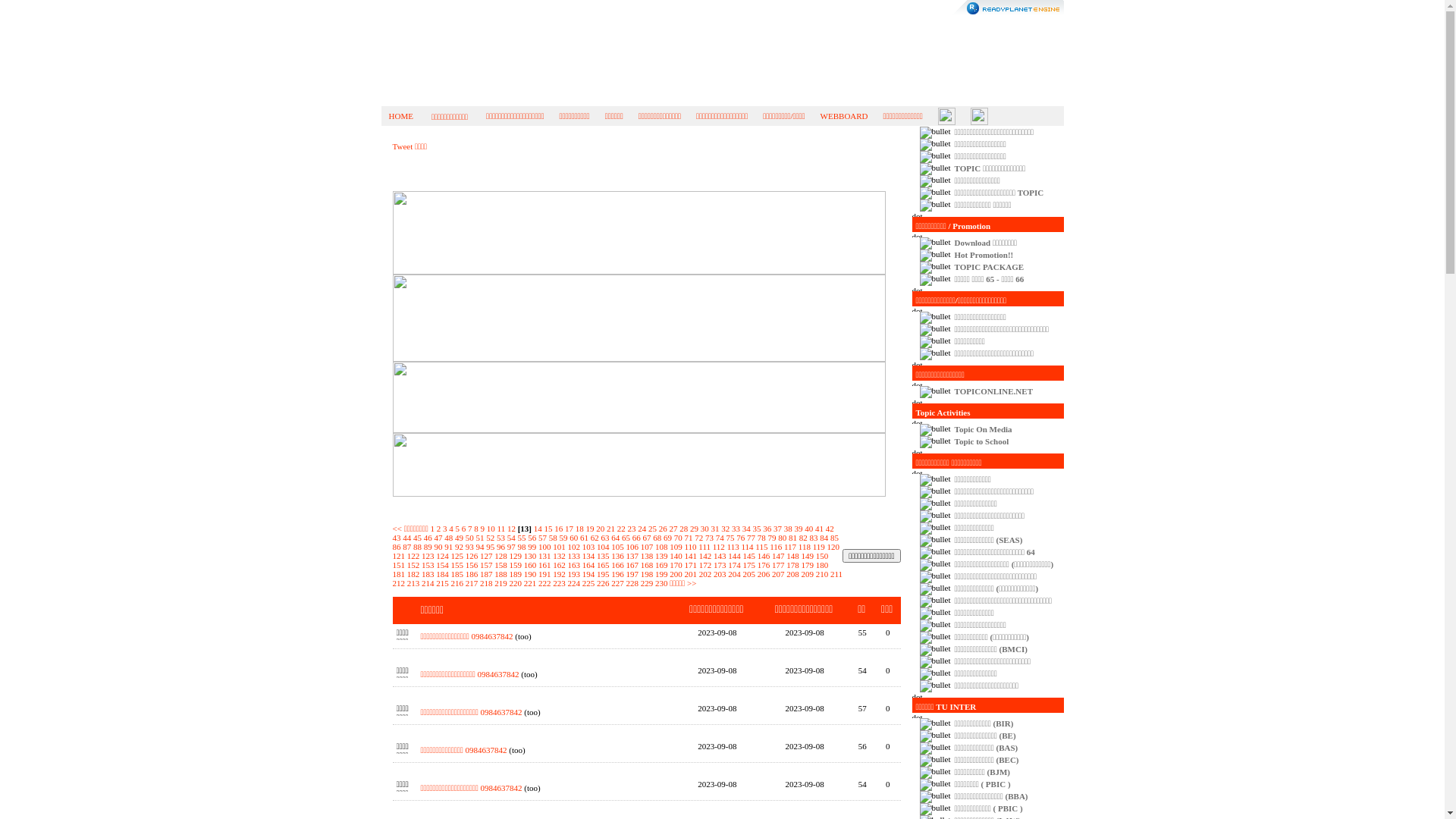 The image size is (1456, 819). What do you see at coordinates (500, 573) in the screenshot?
I see `'188'` at bounding box center [500, 573].